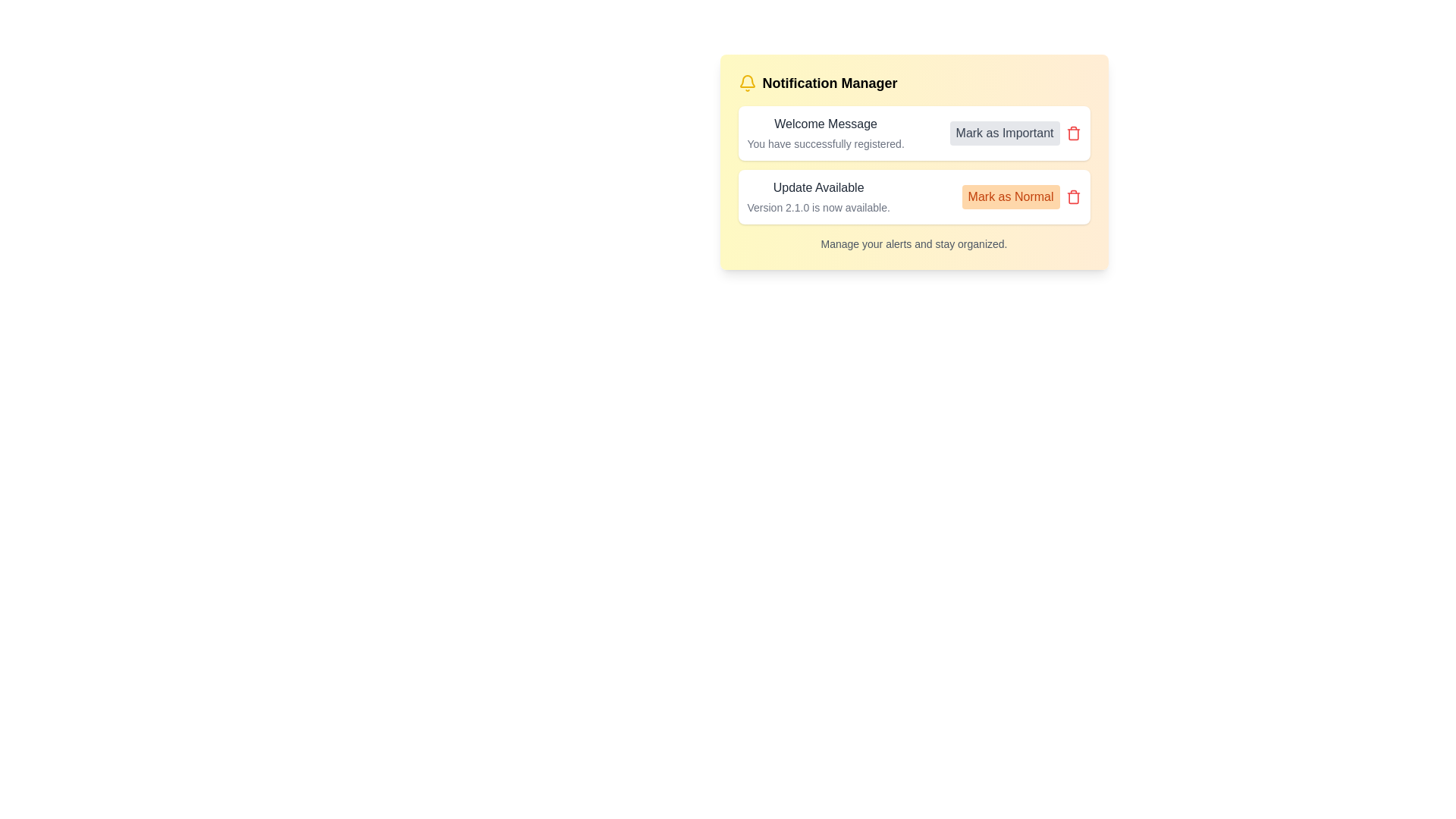 Image resolution: width=1456 pixels, height=819 pixels. I want to click on the bell icon located to the very left of the 'Notification Manager' header section, so click(747, 83).